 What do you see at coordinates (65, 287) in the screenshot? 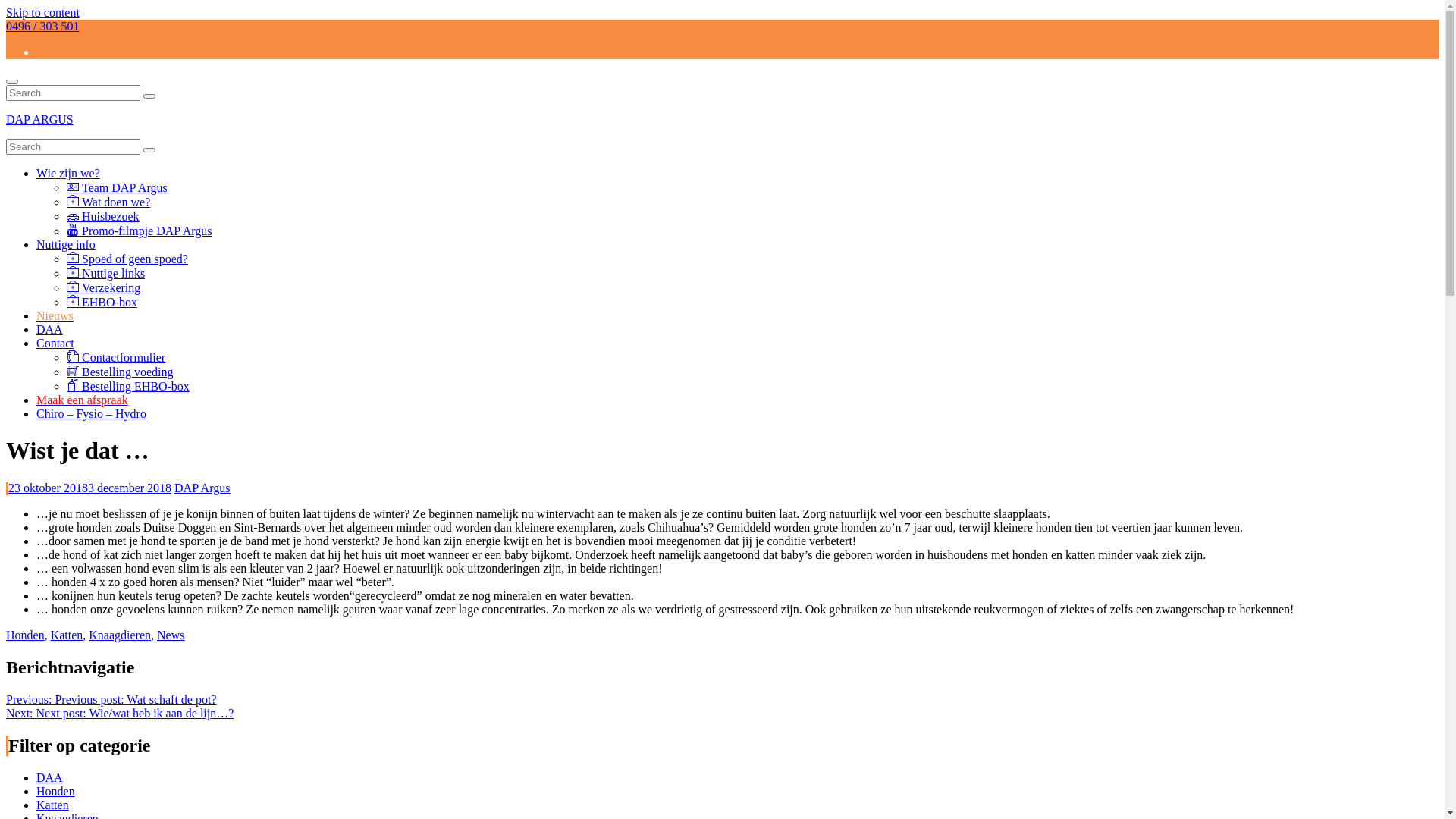
I see `'Verzekering'` at bounding box center [65, 287].